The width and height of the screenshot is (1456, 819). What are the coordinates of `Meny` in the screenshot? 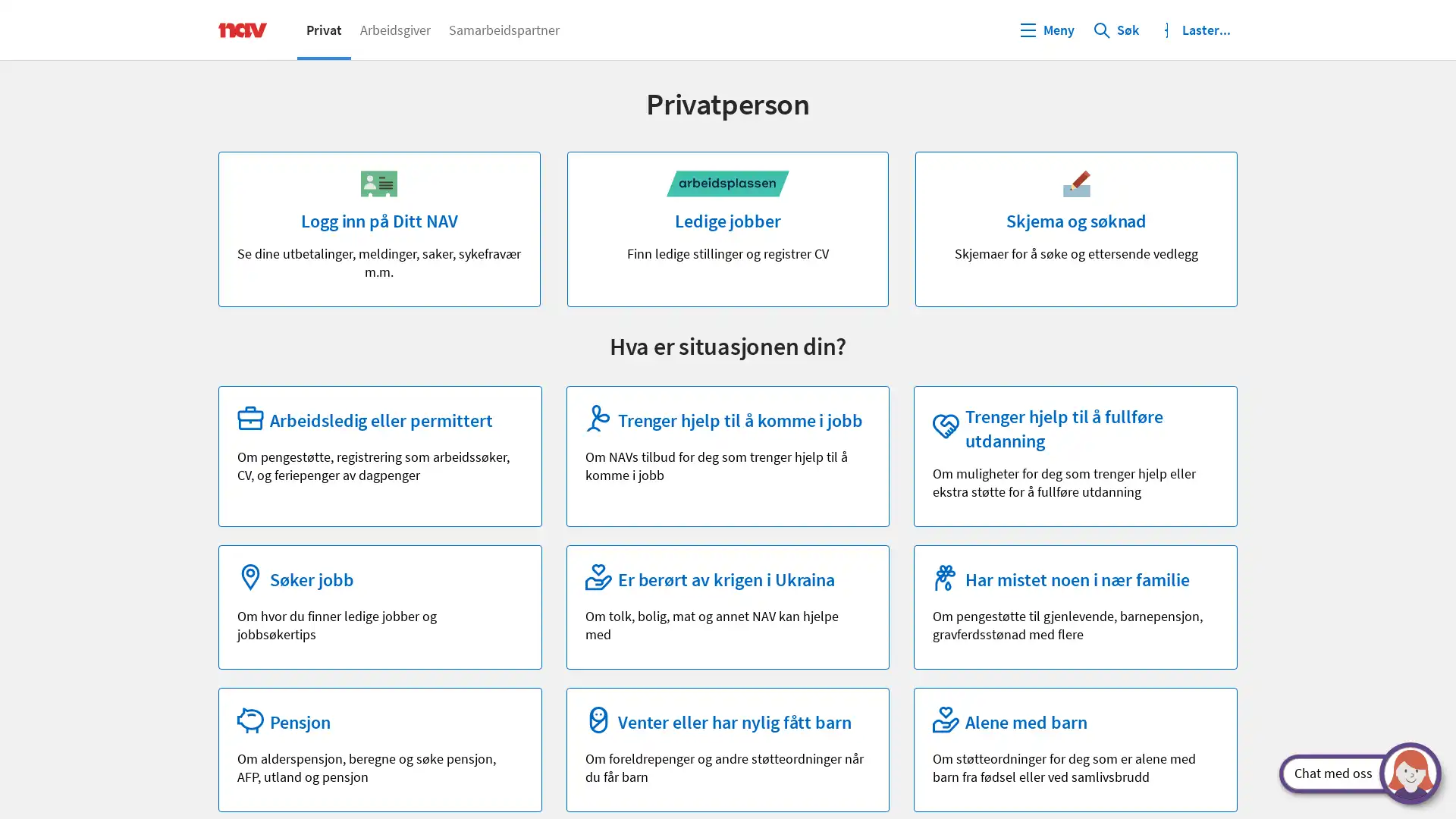 It's located at (1046, 29).